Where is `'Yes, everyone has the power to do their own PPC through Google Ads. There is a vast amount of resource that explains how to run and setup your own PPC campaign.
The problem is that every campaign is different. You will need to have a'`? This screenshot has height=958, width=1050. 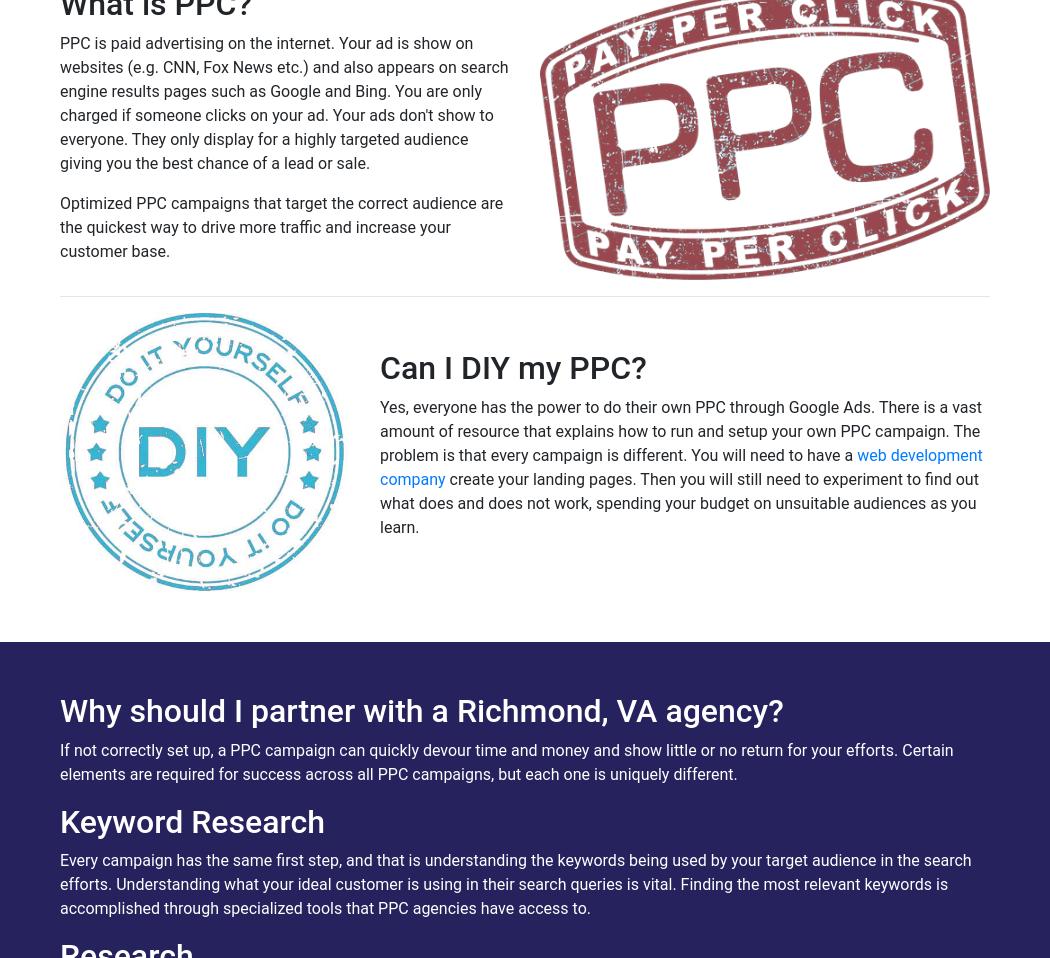
'Yes, everyone has the power to do their own PPC through Google Ads. There is a vast amount of resource that explains how to run and setup your own PPC campaign.
The problem is that every campaign is different. You will need to have a' is located at coordinates (681, 430).